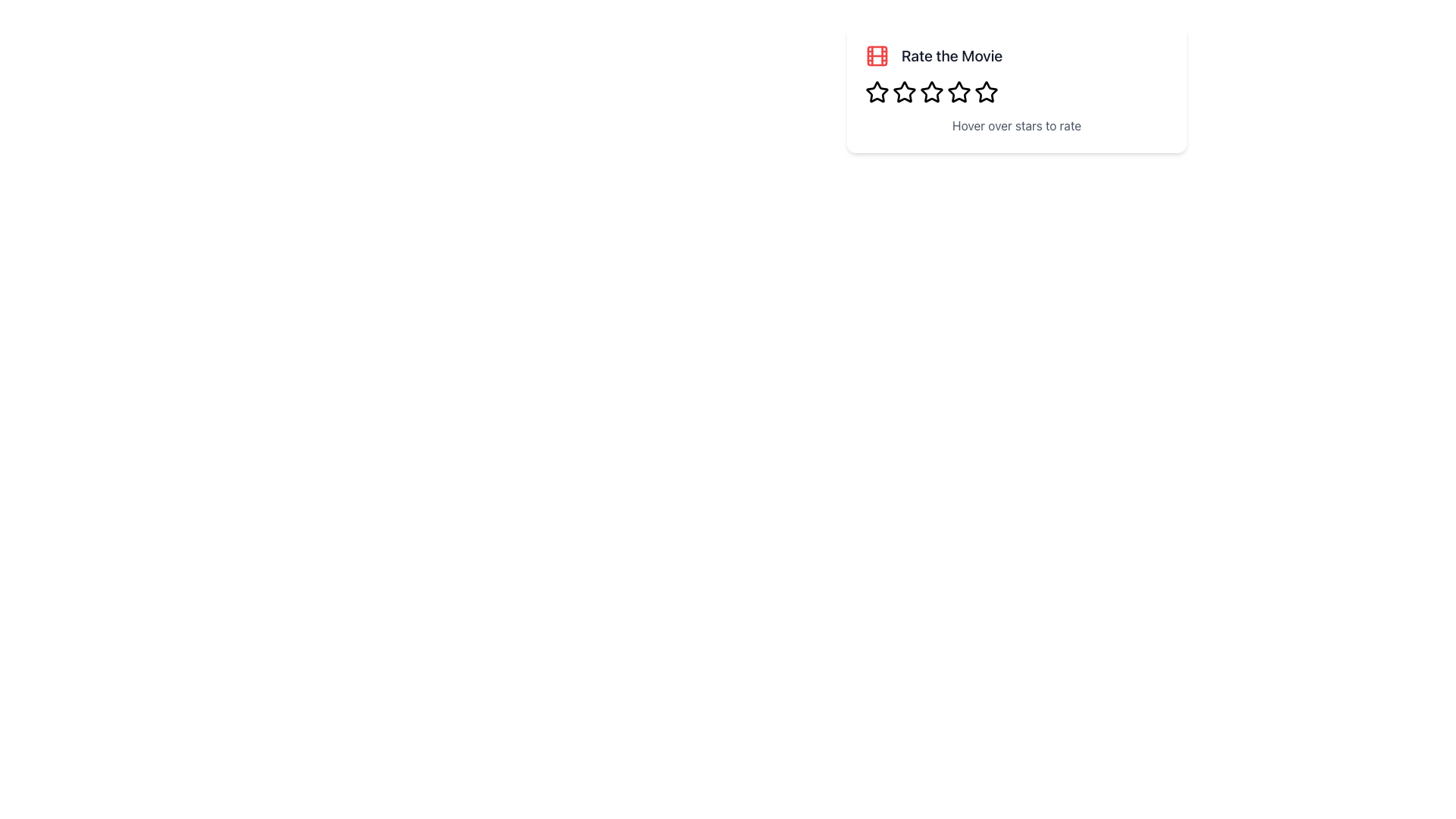 This screenshot has height=819, width=1456. What do you see at coordinates (1016, 93) in the screenshot?
I see `the dynamic rating control composed of clickable star icons to reset interaction` at bounding box center [1016, 93].